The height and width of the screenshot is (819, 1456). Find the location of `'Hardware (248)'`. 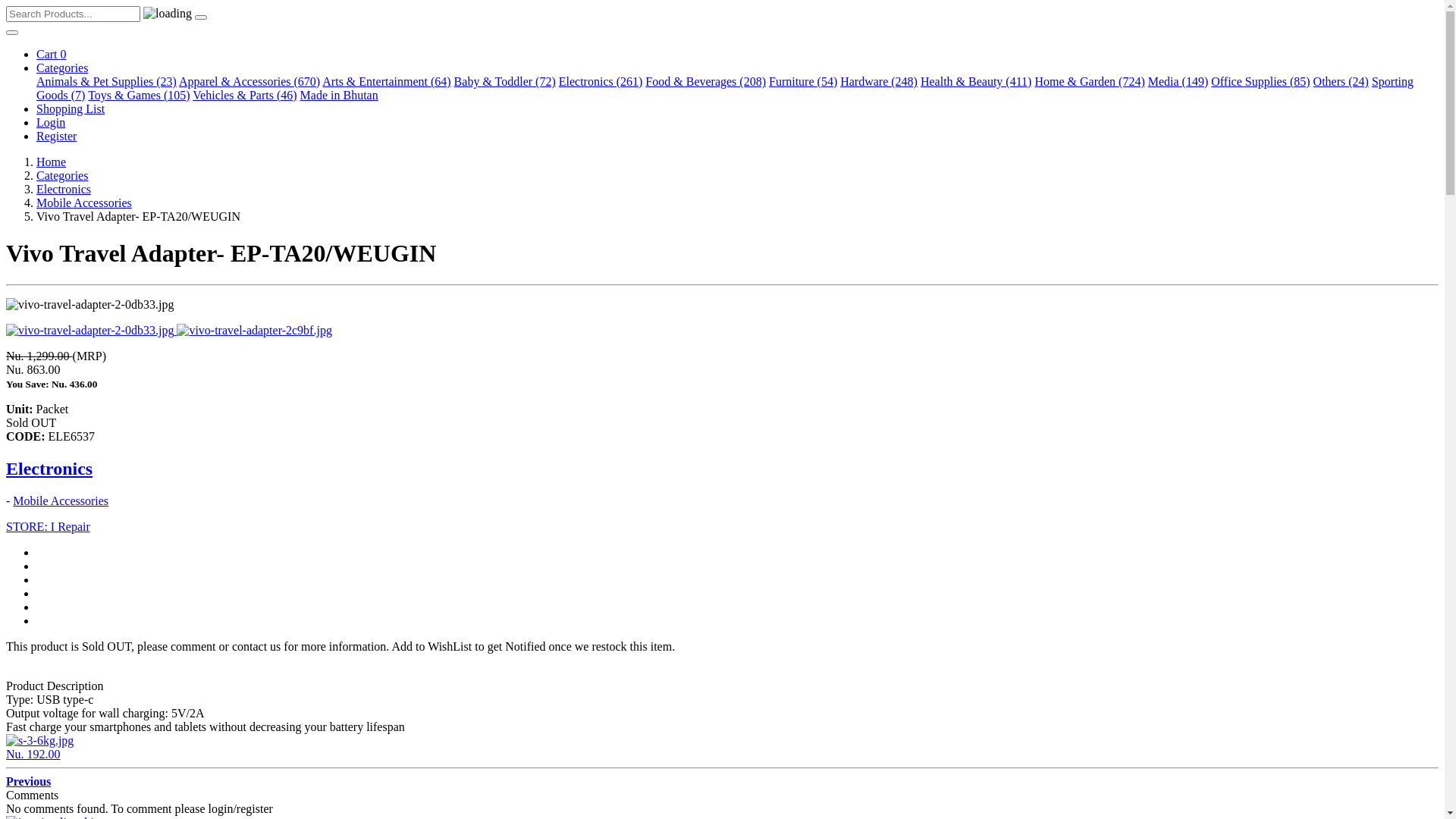

'Hardware (248)' is located at coordinates (878, 81).